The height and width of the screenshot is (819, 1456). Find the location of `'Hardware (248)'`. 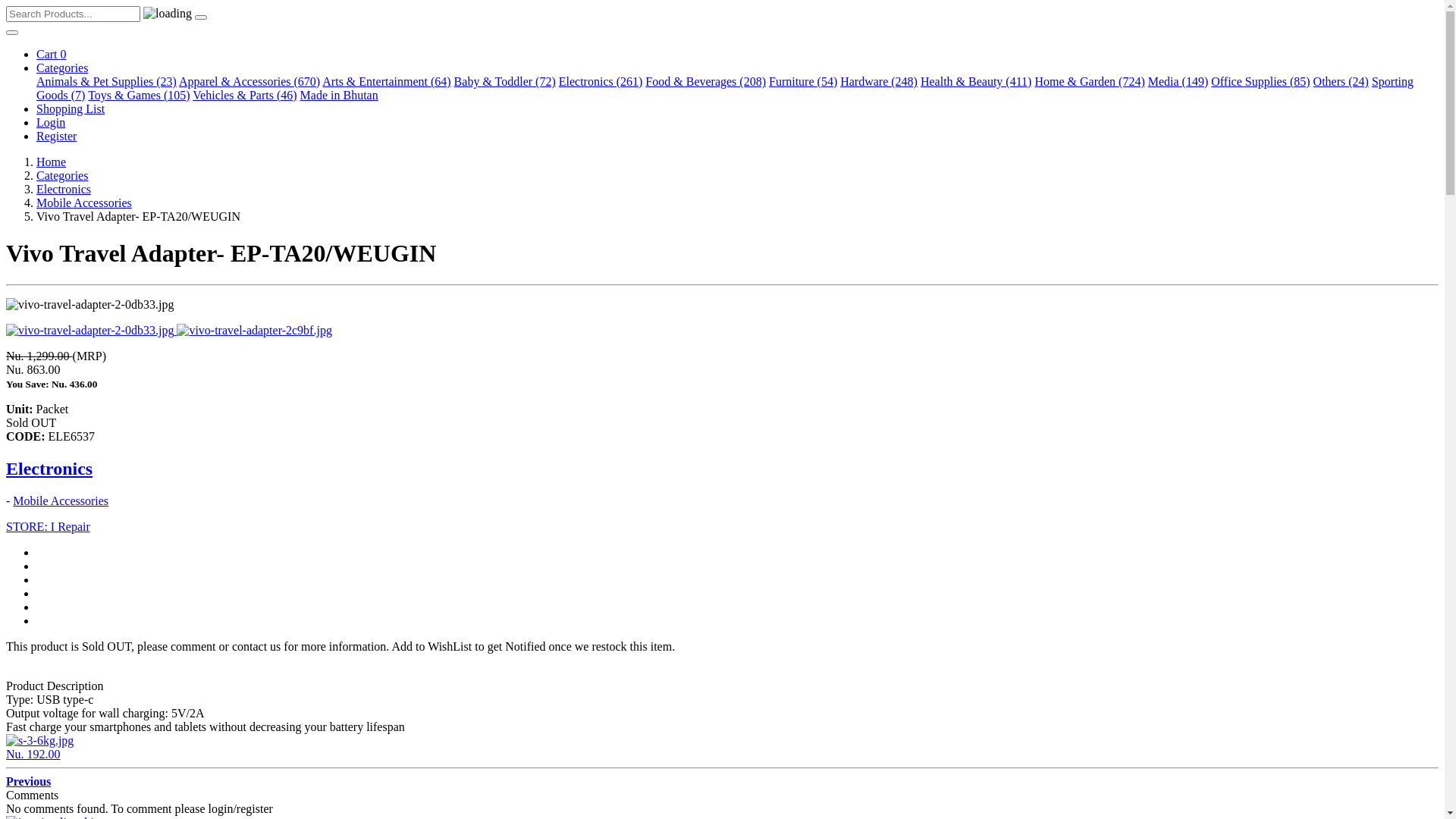

'Hardware (248)' is located at coordinates (878, 81).